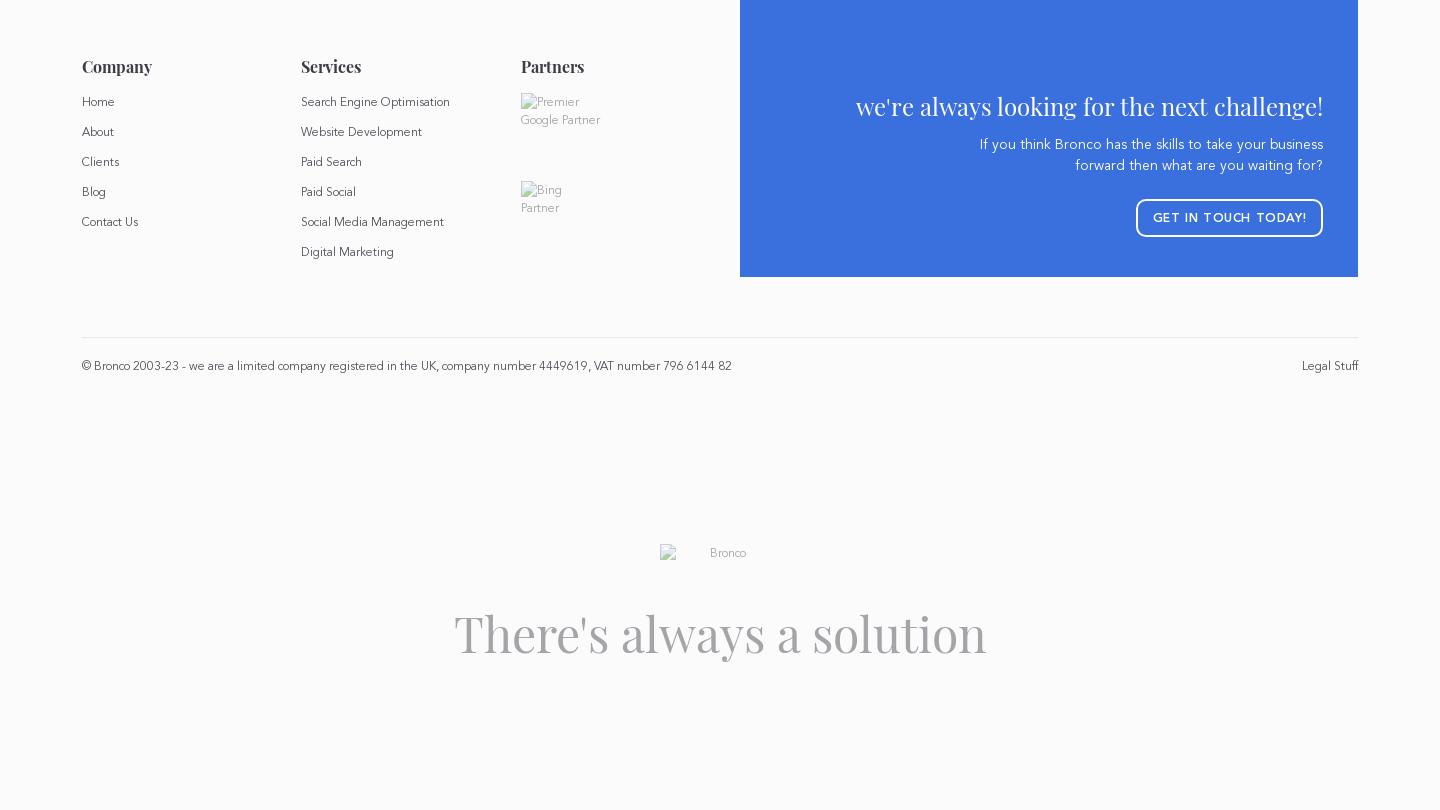 The width and height of the screenshot is (1440, 810). I want to click on '© Bronco 2003-23 - we are a limited company registered in the UK, company number 4449619, VAT number 796 6144 82', so click(404, 365).